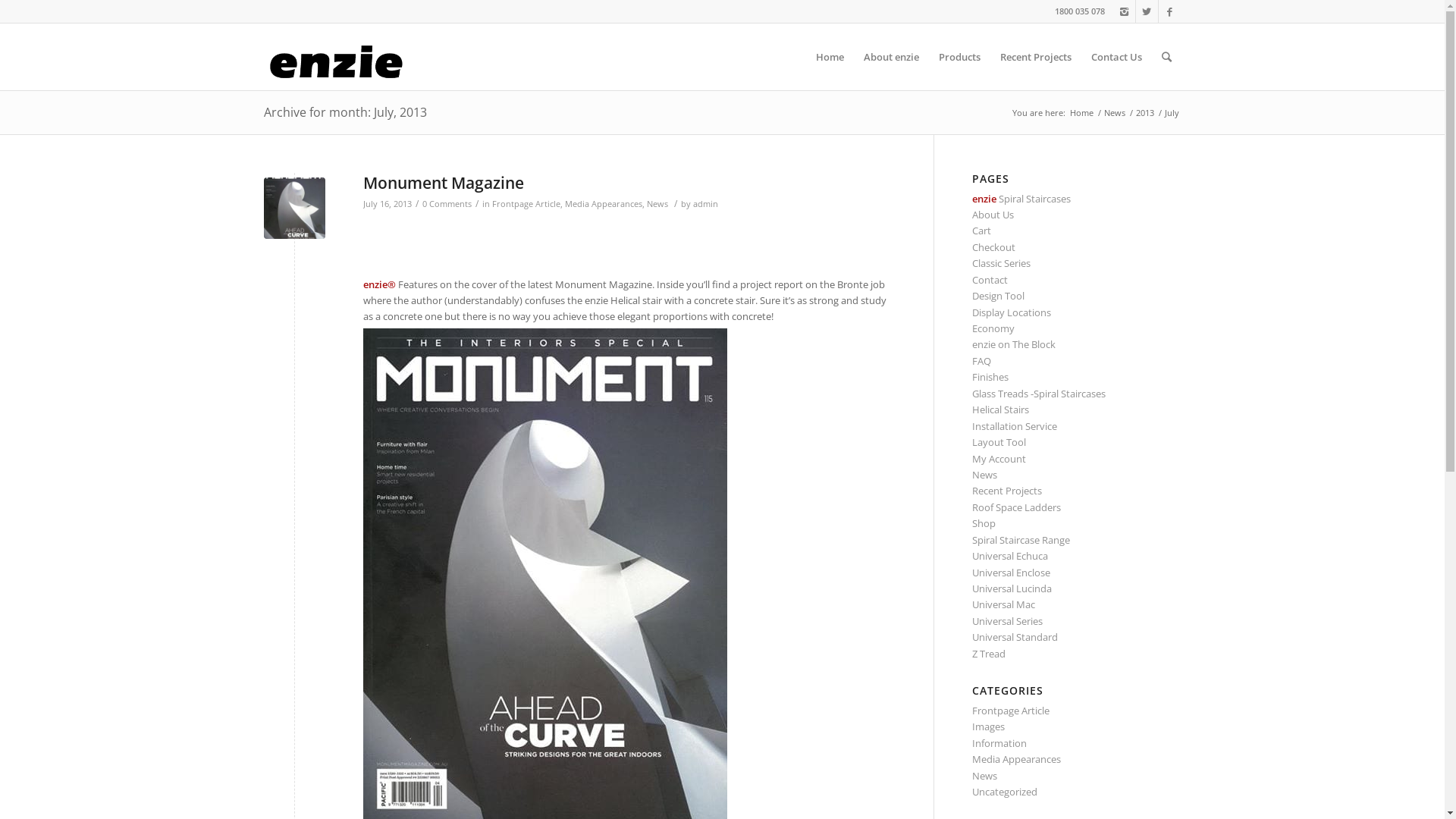  Describe the element at coordinates (1124, 11) in the screenshot. I see `'Instagram'` at that location.